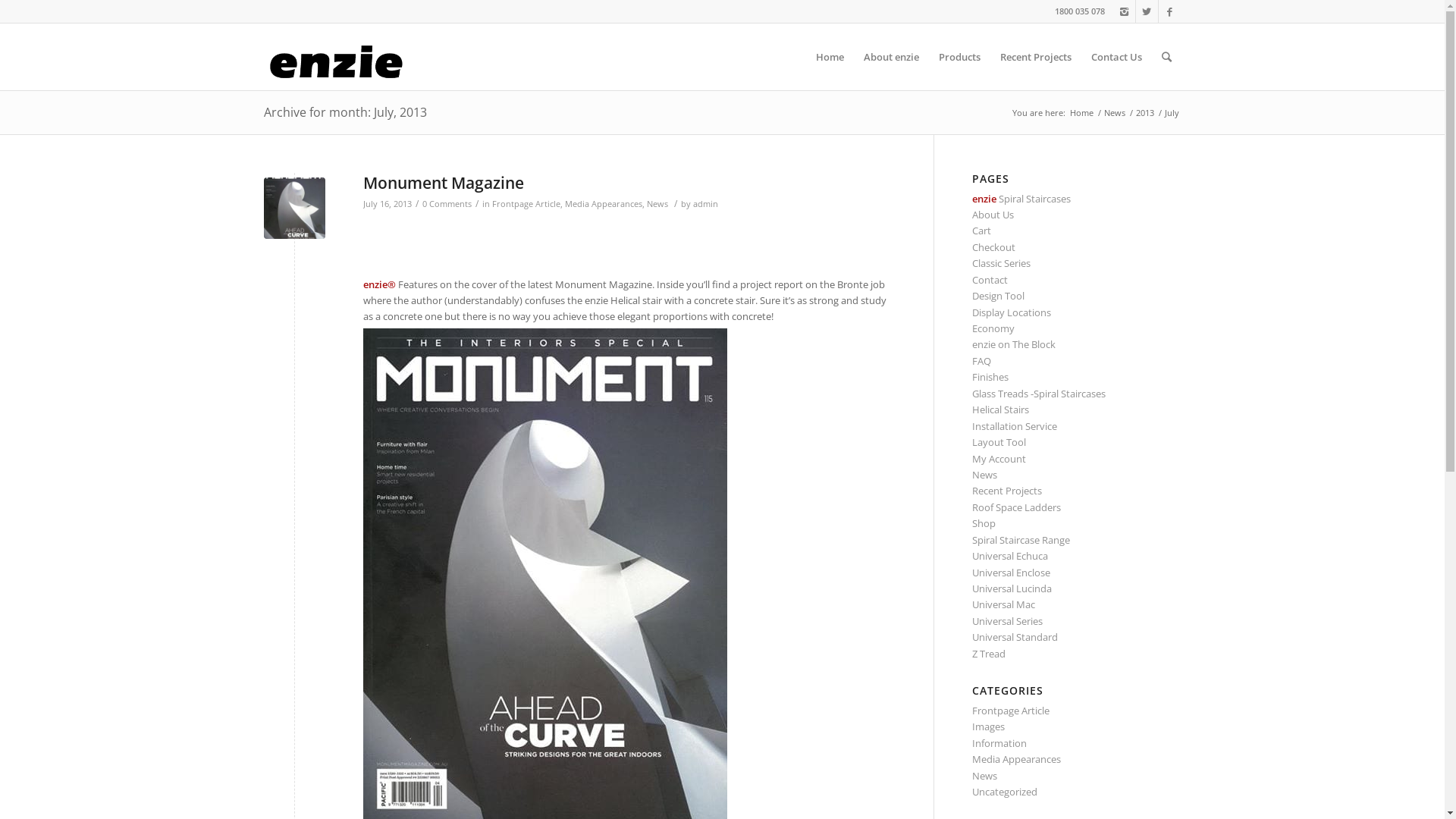  Describe the element at coordinates (1124, 11) in the screenshot. I see `'Instagram'` at that location.